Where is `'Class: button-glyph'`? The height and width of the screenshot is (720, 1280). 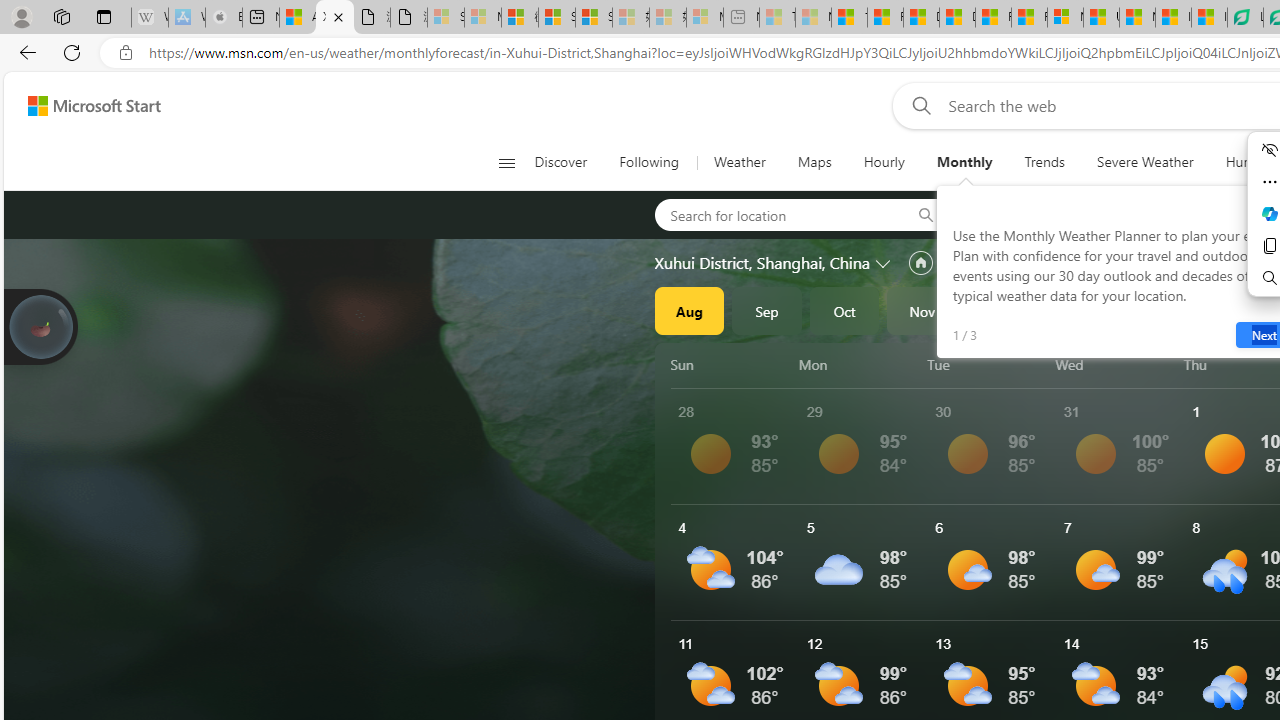
'Class: button-glyph' is located at coordinates (506, 162).